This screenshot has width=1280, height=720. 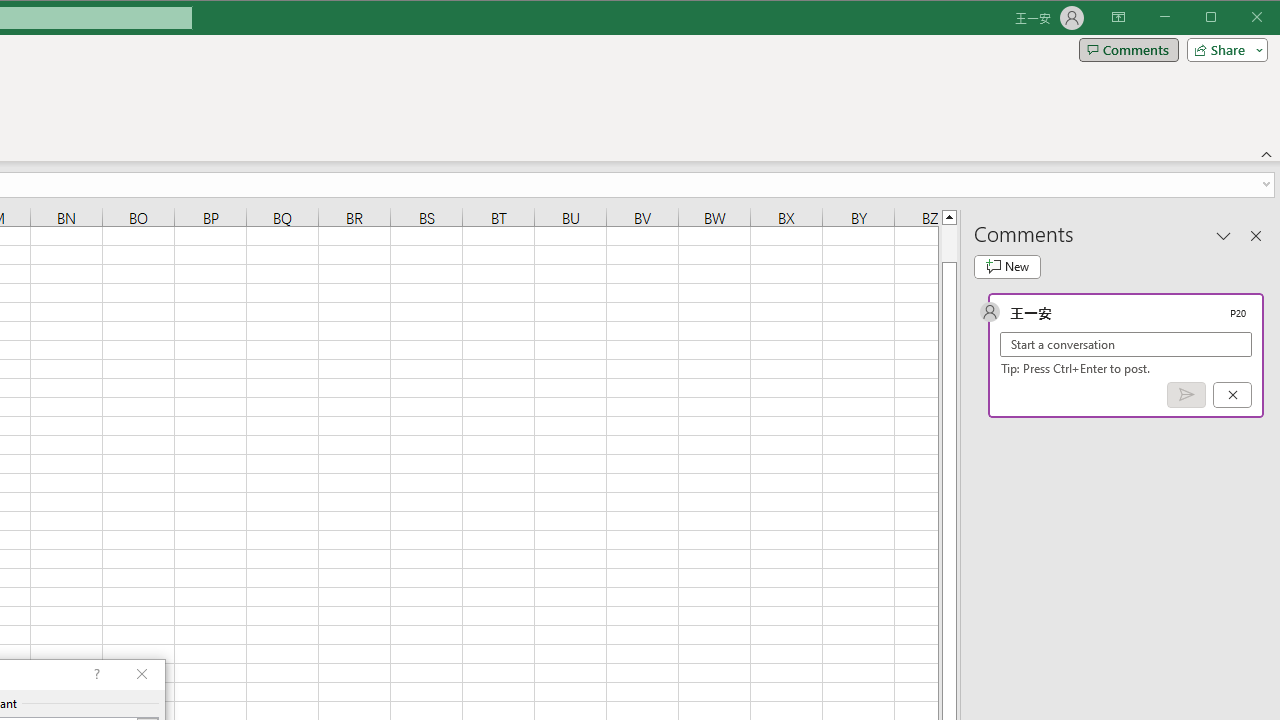 What do you see at coordinates (1261, 19) in the screenshot?
I see `'Close'` at bounding box center [1261, 19].